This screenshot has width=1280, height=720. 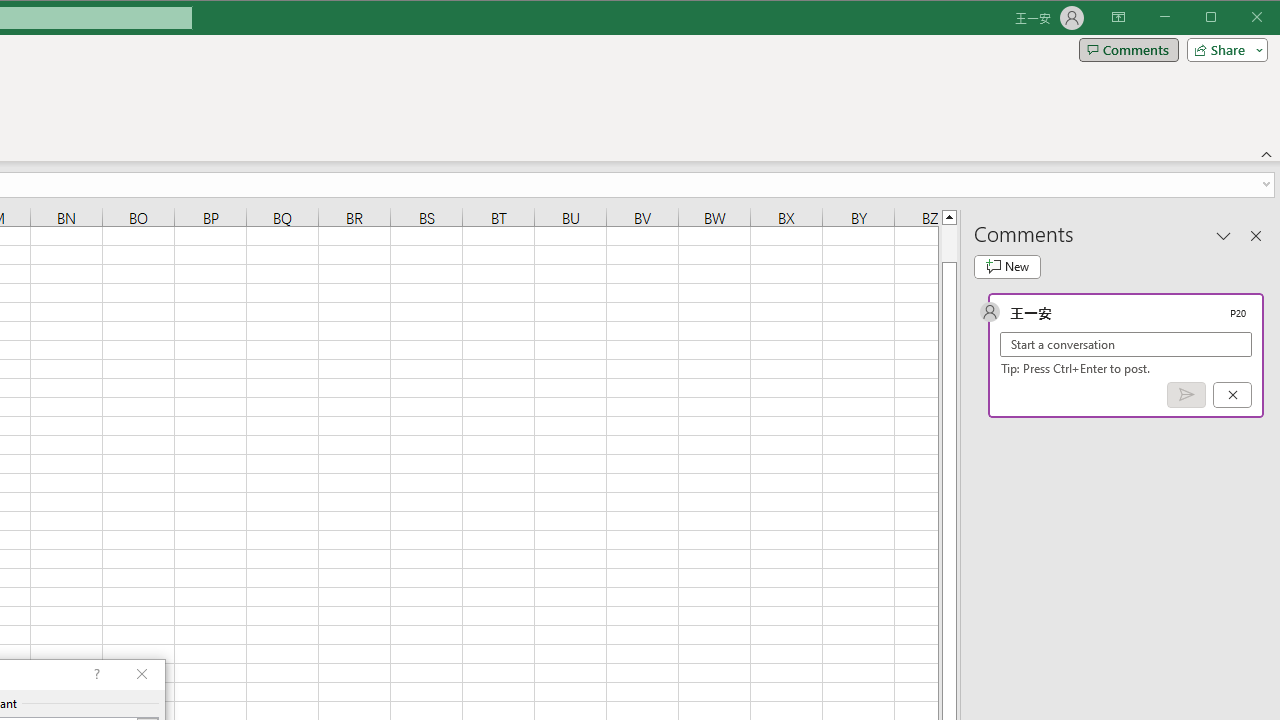 What do you see at coordinates (1261, 19) in the screenshot?
I see `'Close'` at bounding box center [1261, 19].